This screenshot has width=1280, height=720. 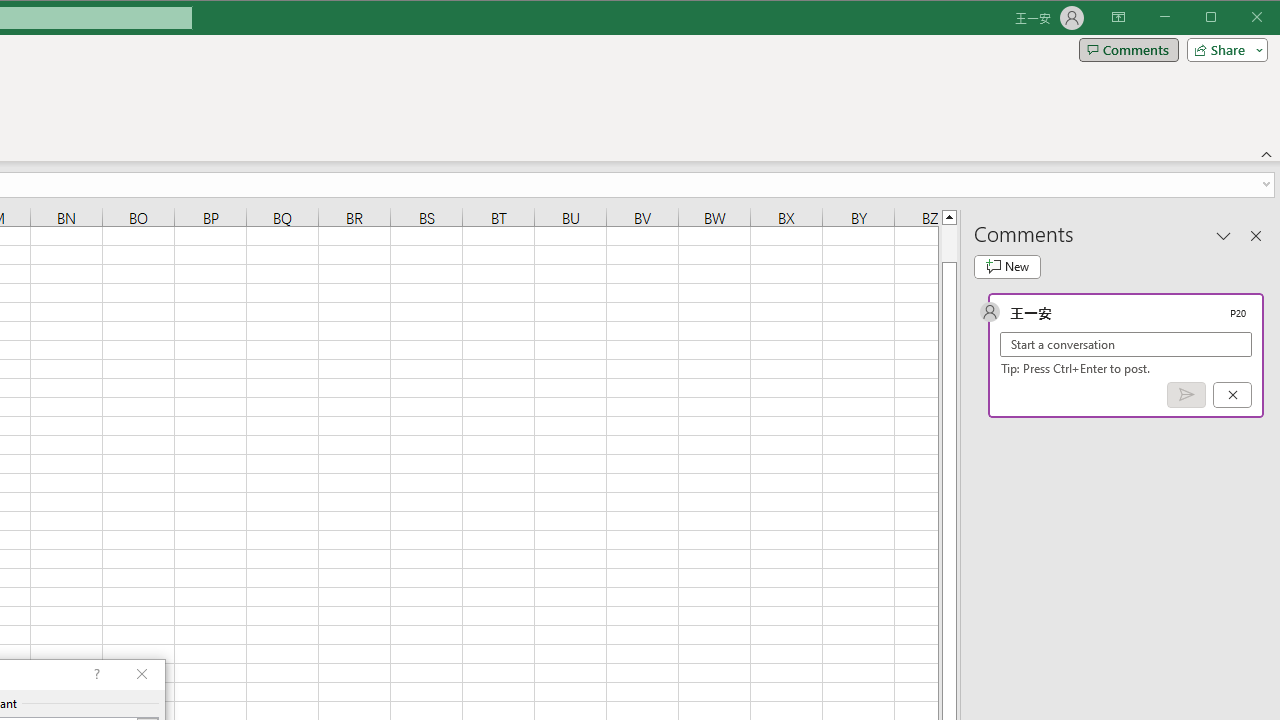 What do you see at coordinates (1261, 19) in the screenshot?
I see `'Close'` at bounding box center [1261, 19].